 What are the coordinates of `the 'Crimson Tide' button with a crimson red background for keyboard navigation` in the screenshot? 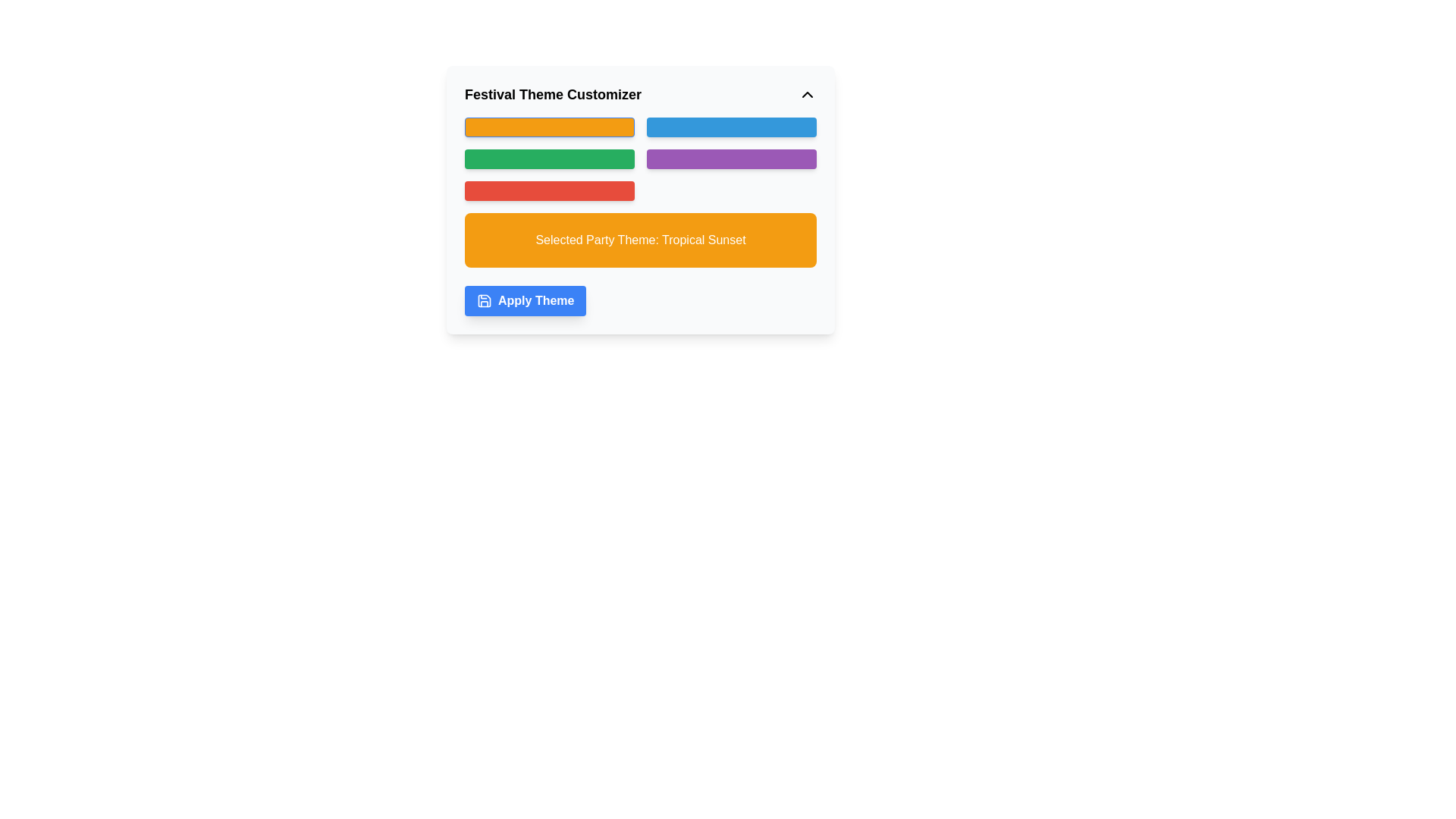 It's located at (548, 190).